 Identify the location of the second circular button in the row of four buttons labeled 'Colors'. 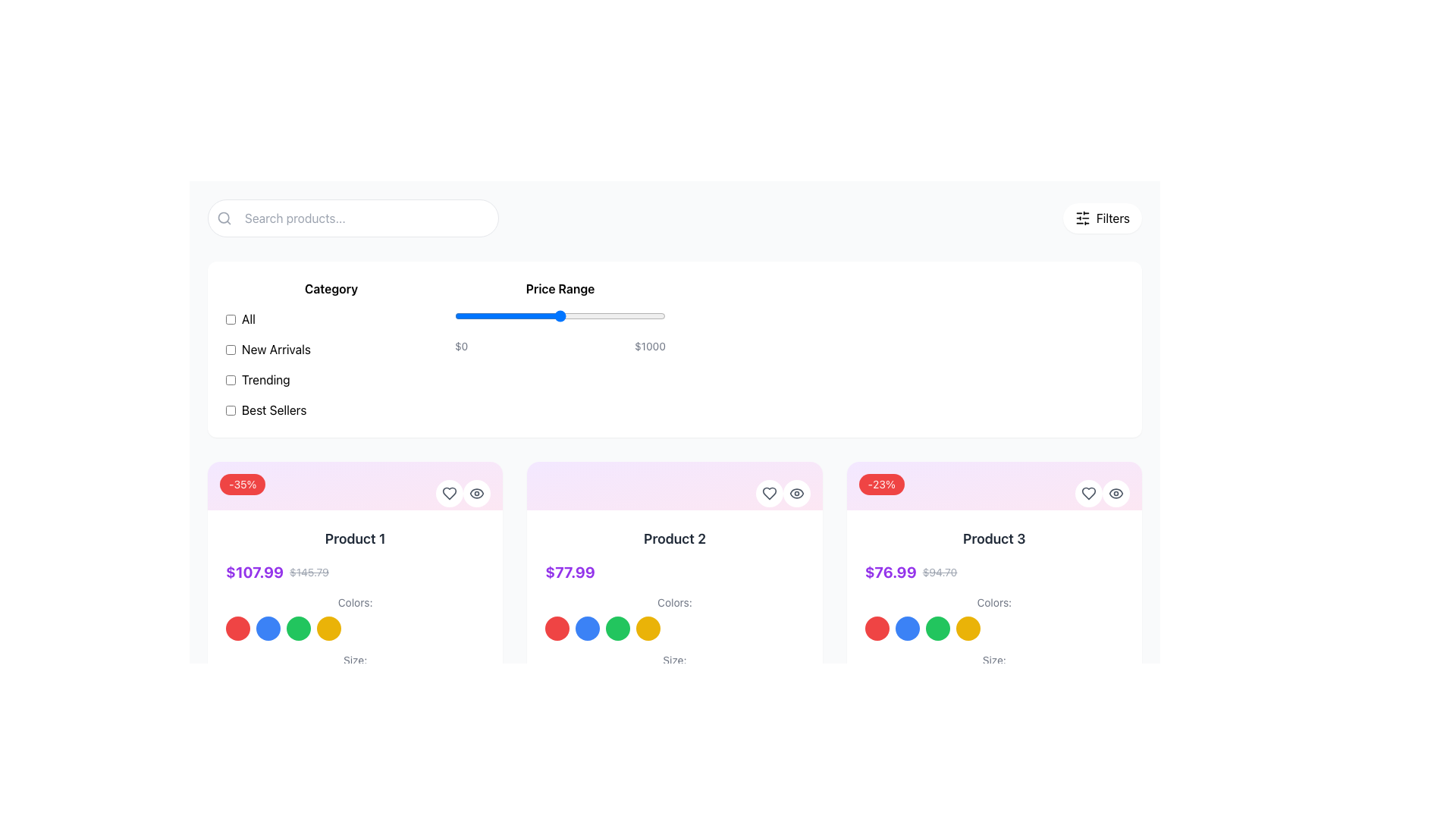
(268, 629).